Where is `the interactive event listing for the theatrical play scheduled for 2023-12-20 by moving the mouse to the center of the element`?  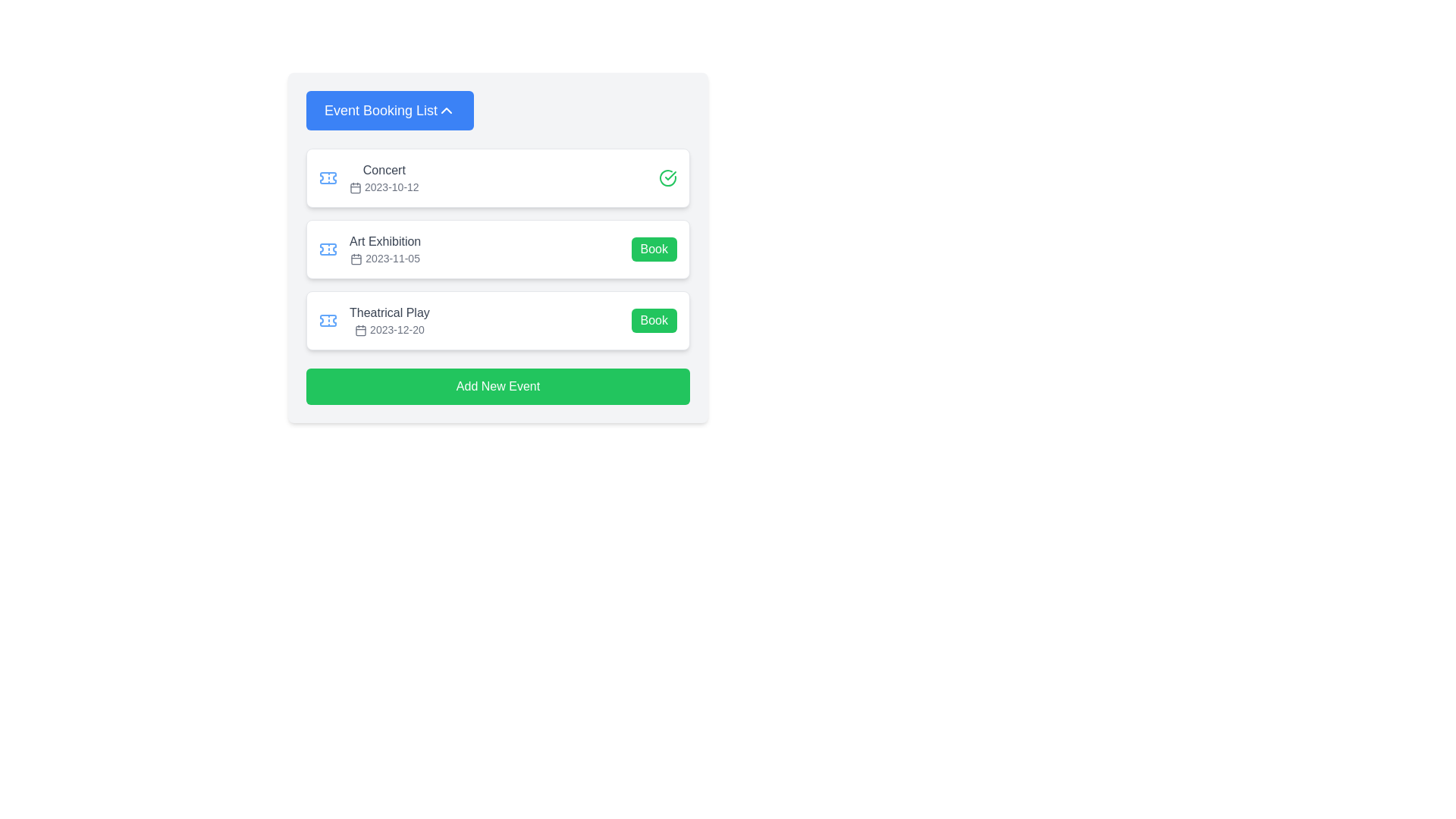
the interactive event listing for the theatrical play scheduled for 2023-12-20 by moving the mouse to the center of the element is located at coordinates (498, 320).